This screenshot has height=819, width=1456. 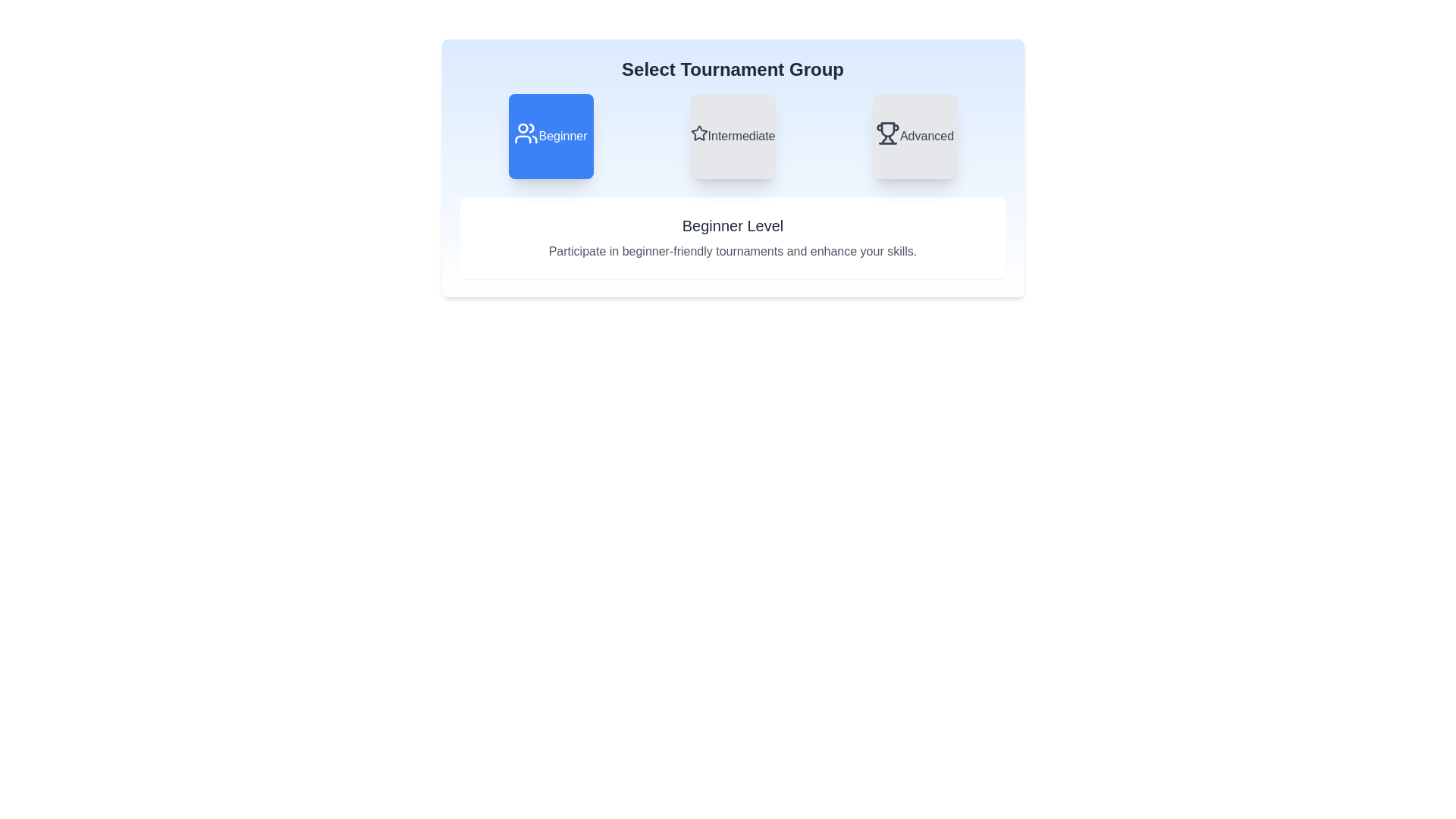 I want to click on the 'Intermediate' button located between the 'Beginner' button on the left and the 'Advanced' button on the right, so click(x=733, y=136).